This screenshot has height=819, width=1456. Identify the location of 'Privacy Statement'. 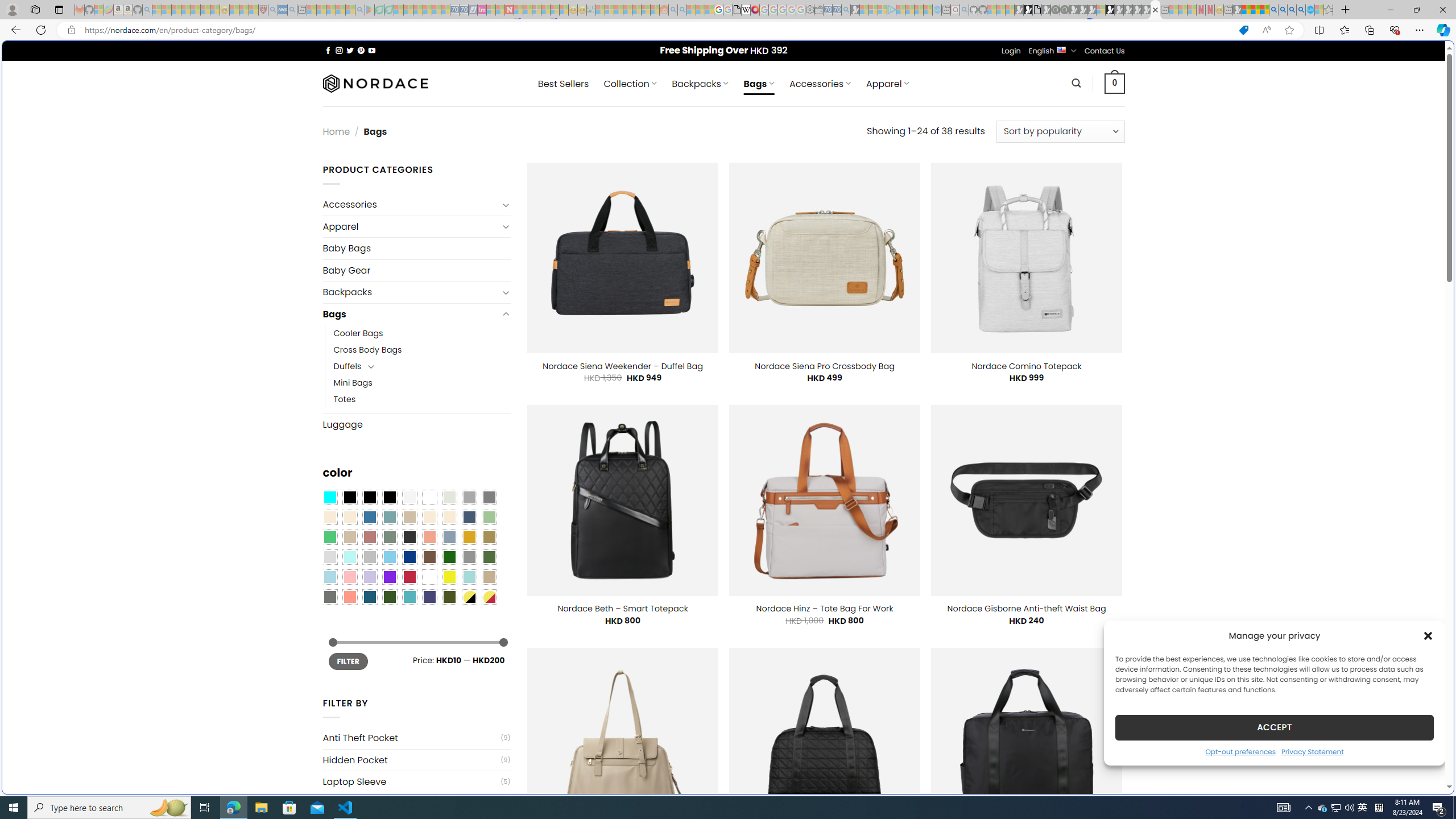
(1312, 751).